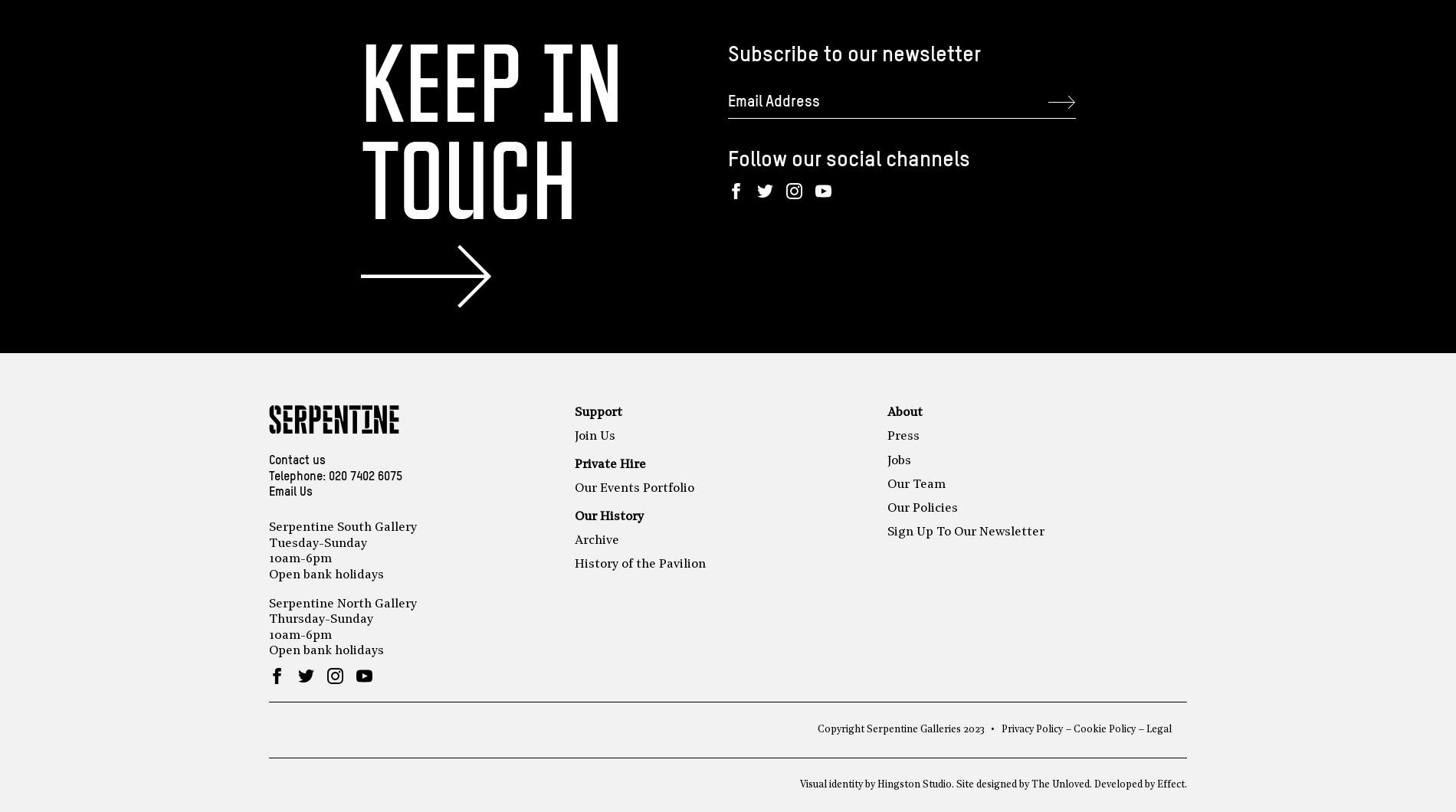 The width and height of the screenshot is (1456, 812). I want to click on 'Join Us', so click(573, 436).